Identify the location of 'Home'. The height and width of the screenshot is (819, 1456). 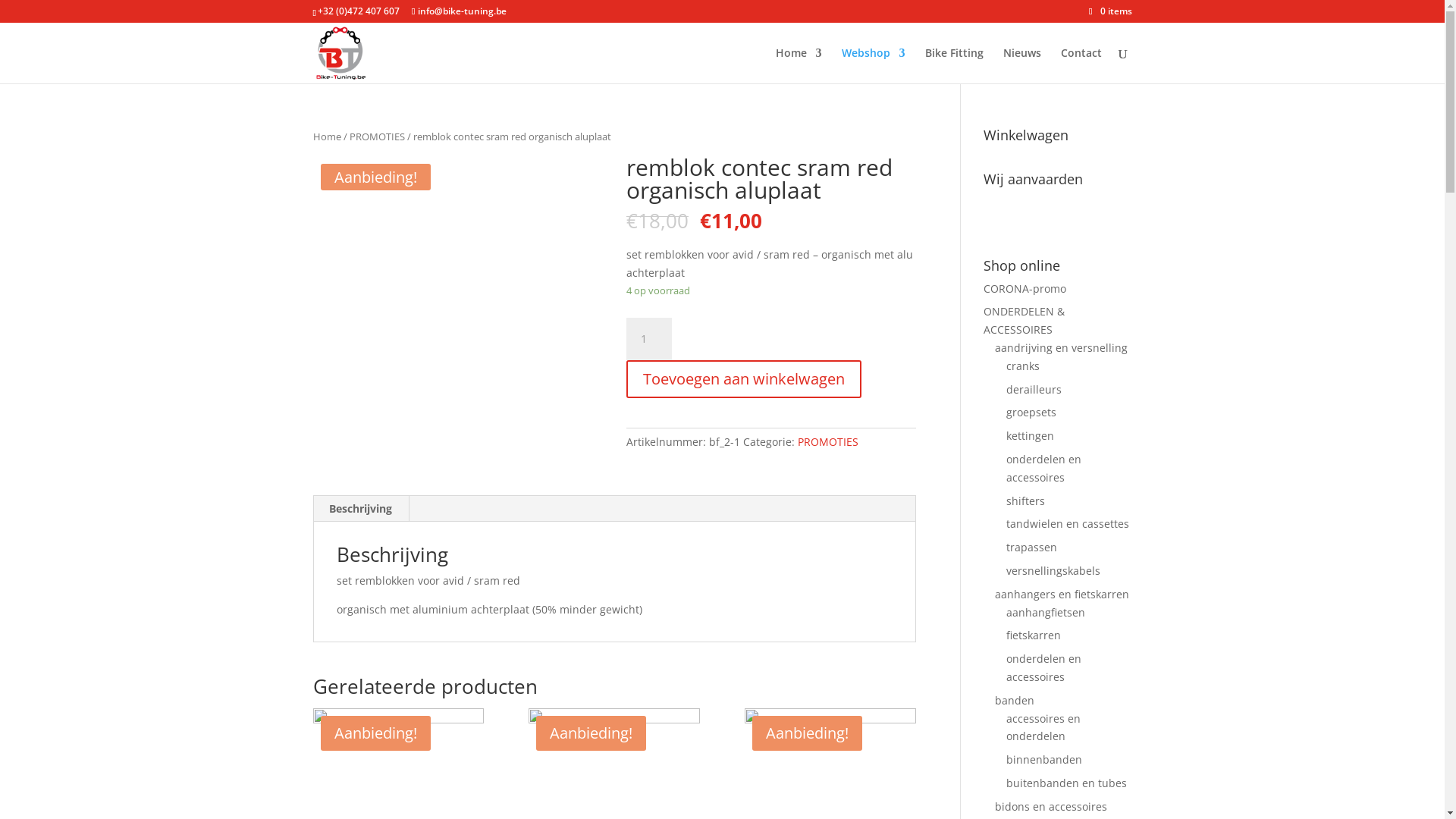
(312, 136).